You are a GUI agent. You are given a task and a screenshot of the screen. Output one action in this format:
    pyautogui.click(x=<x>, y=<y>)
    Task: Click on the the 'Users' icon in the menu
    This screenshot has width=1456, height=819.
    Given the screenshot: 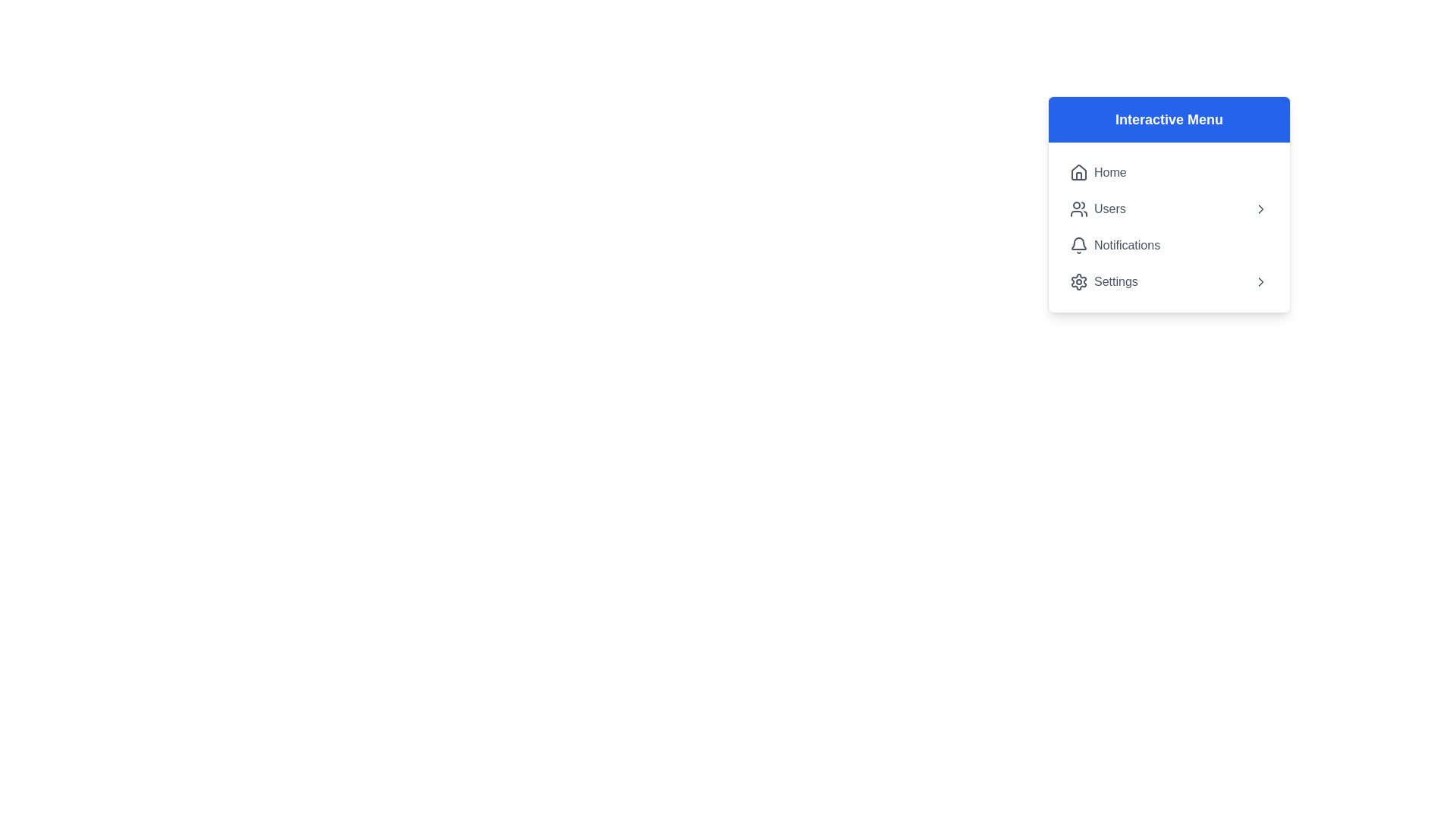 What is the action you would take?
    pyautogui.click(x=1078, y=209)
    